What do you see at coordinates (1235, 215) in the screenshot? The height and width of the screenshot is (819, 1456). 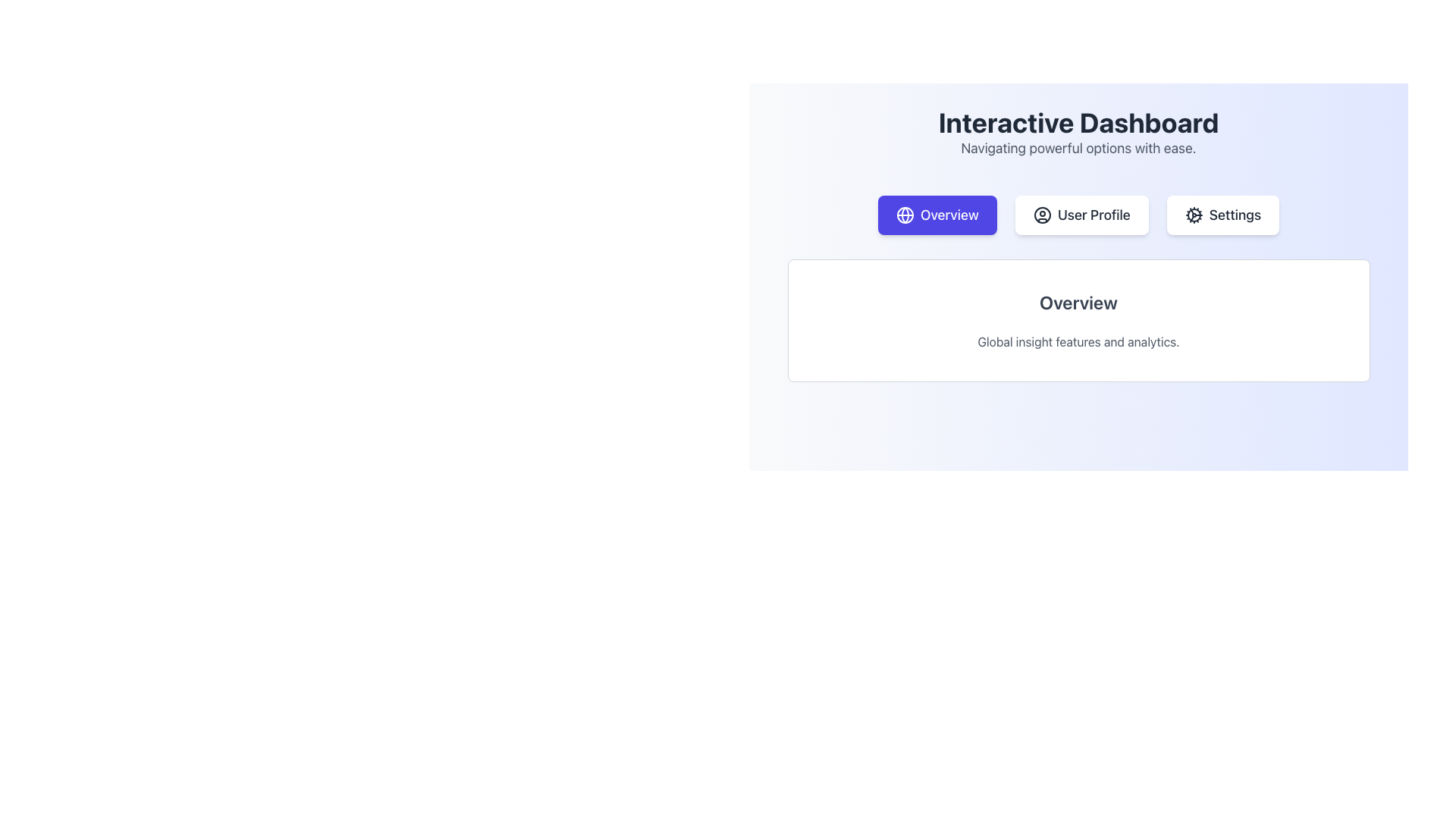 I see `the text label that reads 'Settings', which is styled with a medium font weight and is located on the rightmost side of a horizontal row of buttons, immediately following the 'User Profile' button` at bounding box center [1235, 215].